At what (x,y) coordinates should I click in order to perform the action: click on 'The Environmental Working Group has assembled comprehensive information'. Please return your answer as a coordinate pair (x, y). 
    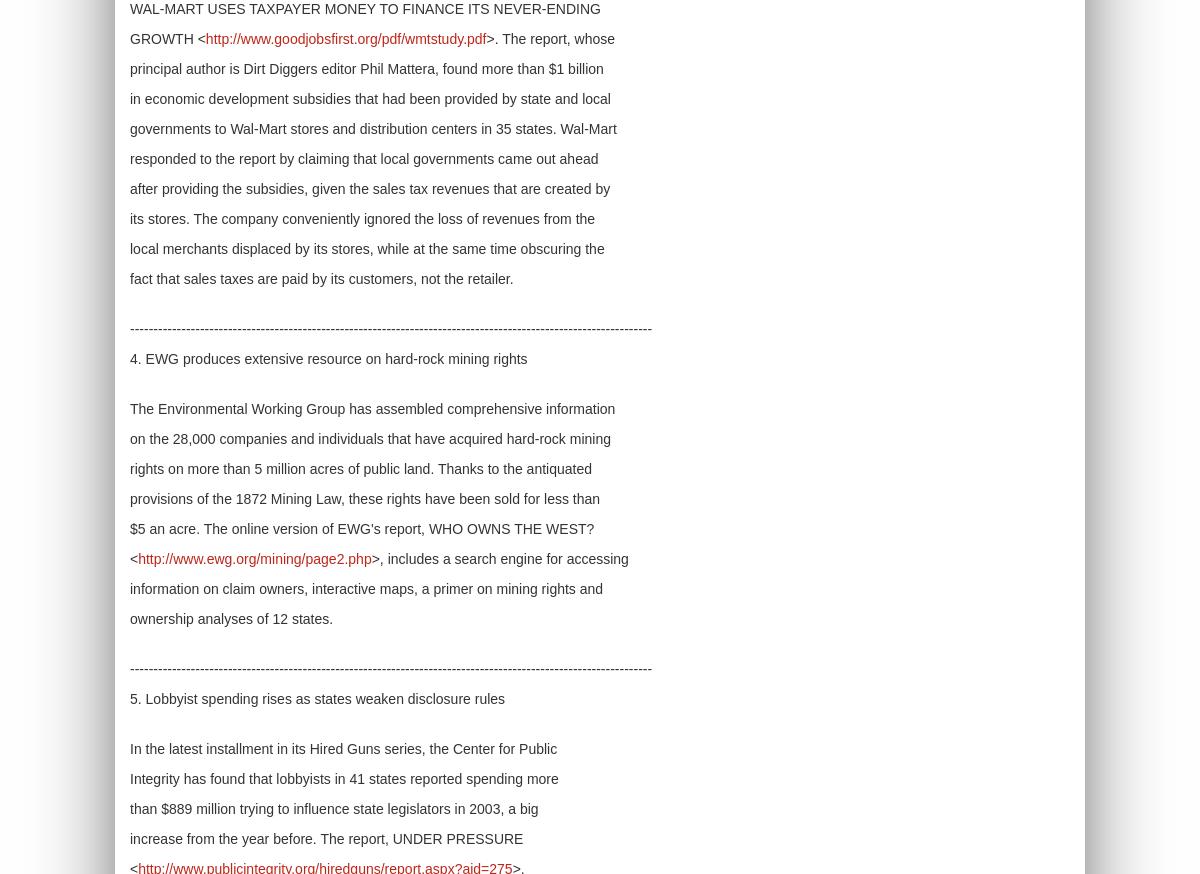
    Looking at the image, I should click on (372, 409).